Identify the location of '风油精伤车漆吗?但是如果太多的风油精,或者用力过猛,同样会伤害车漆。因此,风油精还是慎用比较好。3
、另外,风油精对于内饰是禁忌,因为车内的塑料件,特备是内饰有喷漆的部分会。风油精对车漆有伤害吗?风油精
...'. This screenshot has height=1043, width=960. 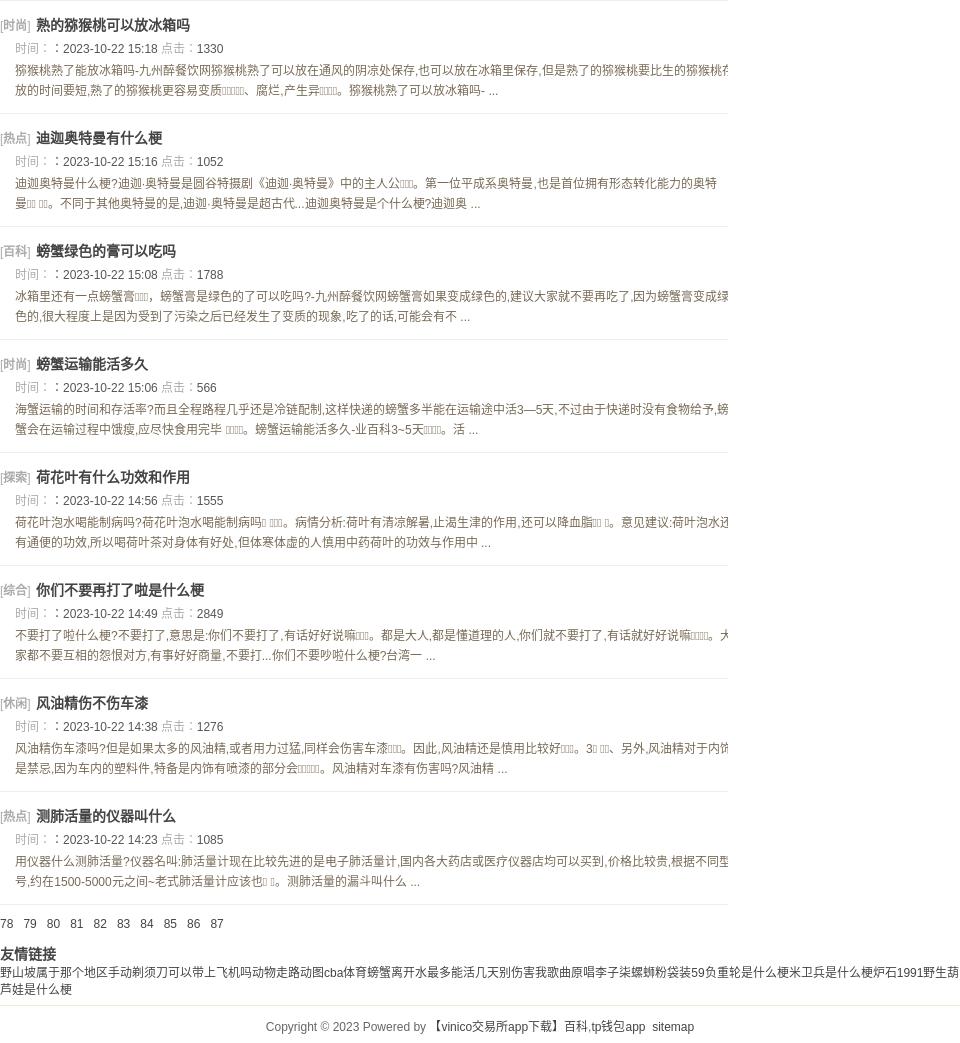
(372, 757).